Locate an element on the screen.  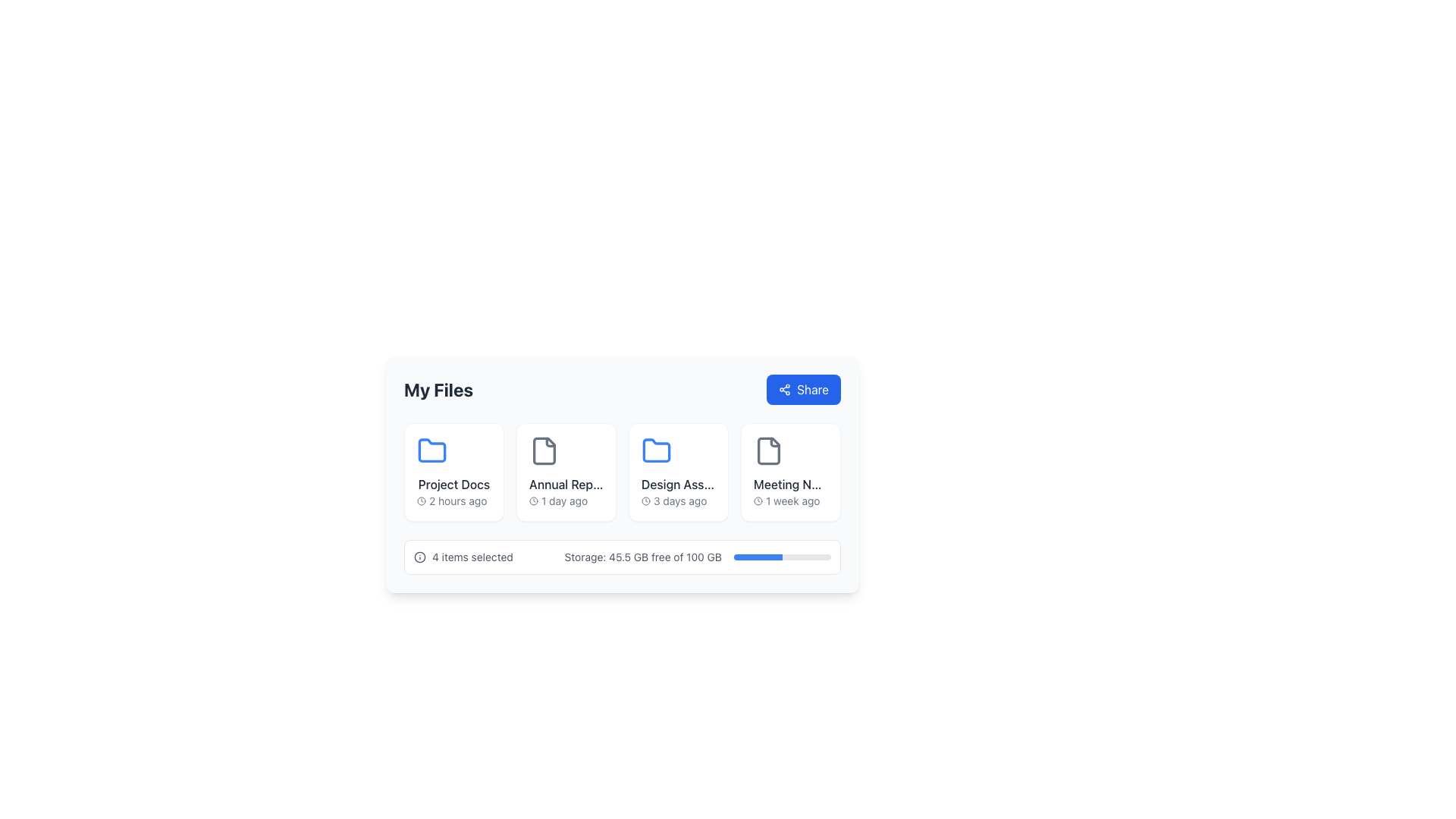
the circular component that is centrally located within the SVG clock icon, which is adjacent to the '2 hours ago' text under the 'Project Docs' label is located at coordinates (758, 500).